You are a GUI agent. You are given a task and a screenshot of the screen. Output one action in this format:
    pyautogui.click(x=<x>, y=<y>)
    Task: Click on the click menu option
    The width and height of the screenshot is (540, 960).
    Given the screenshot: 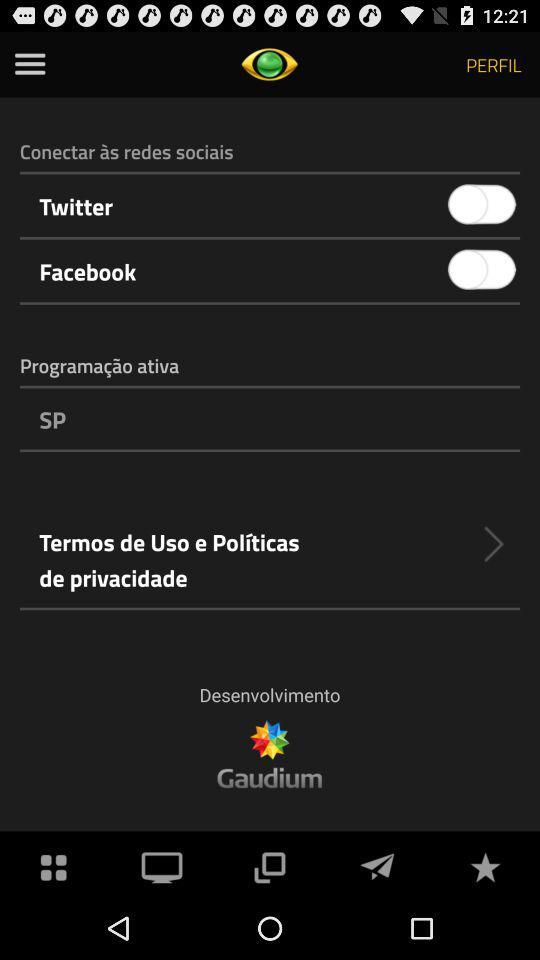 What is the action you would take?
    pyautogui.click(x=29, y=64)
    